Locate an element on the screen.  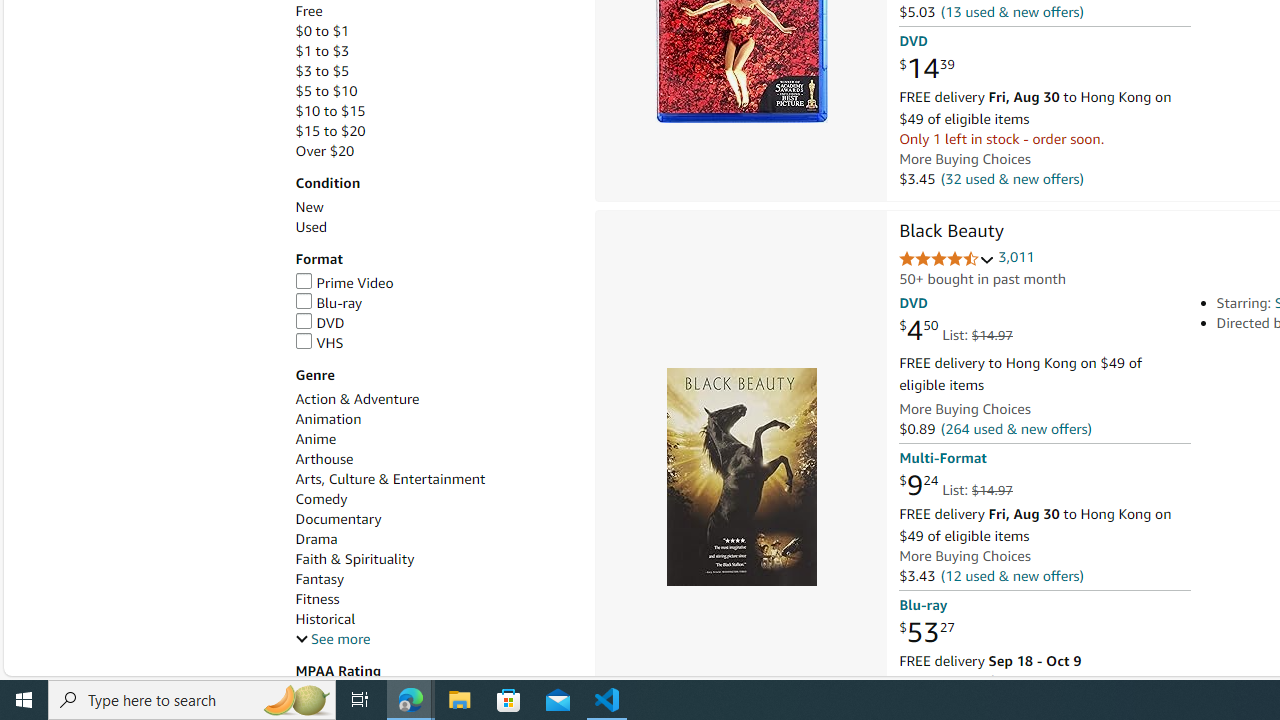
'Free' is located at coordinates (433, 11).